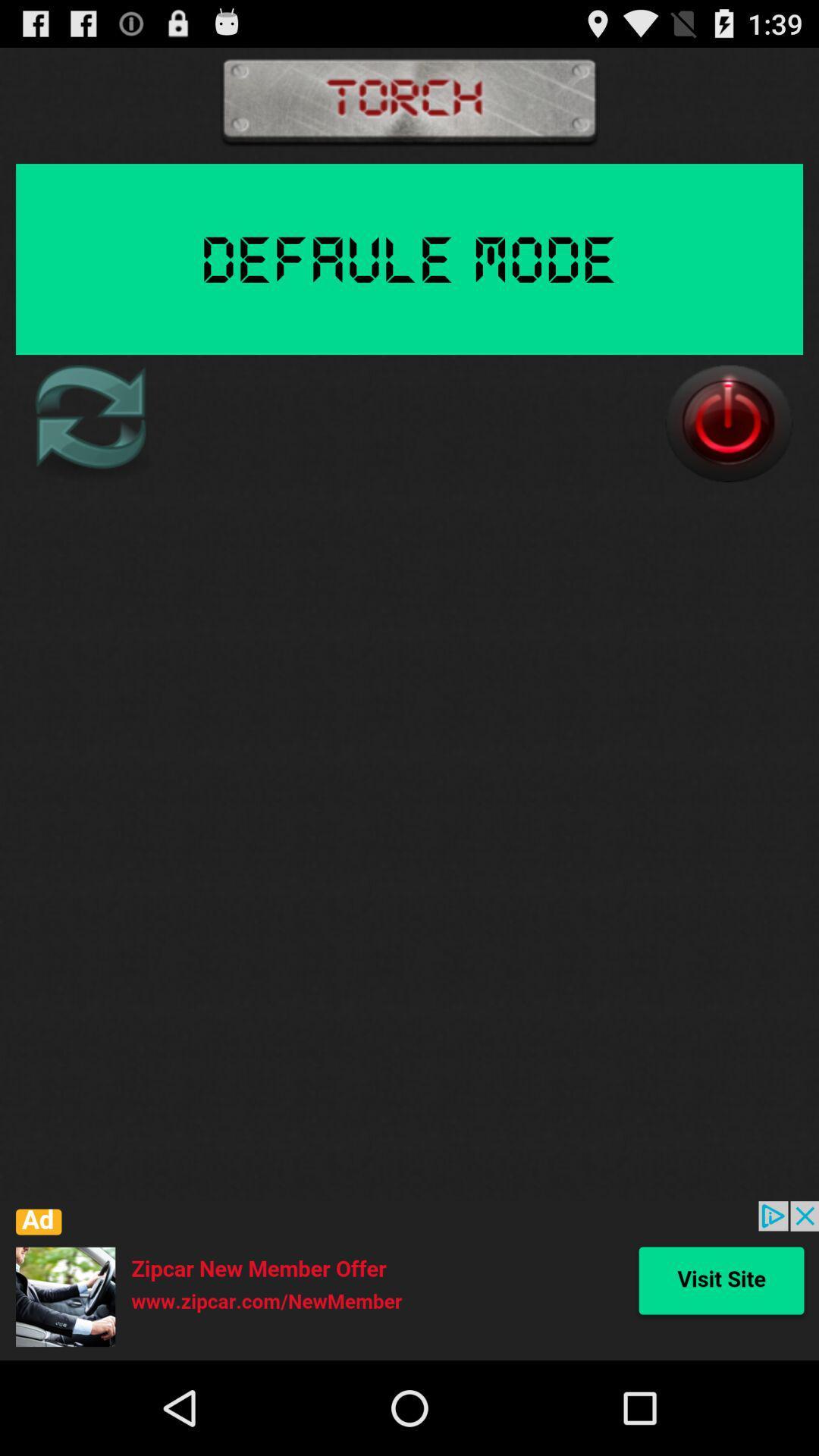  Describe the element at coordinates (89, 423) in the screenshot. I see `refresh` at that location.